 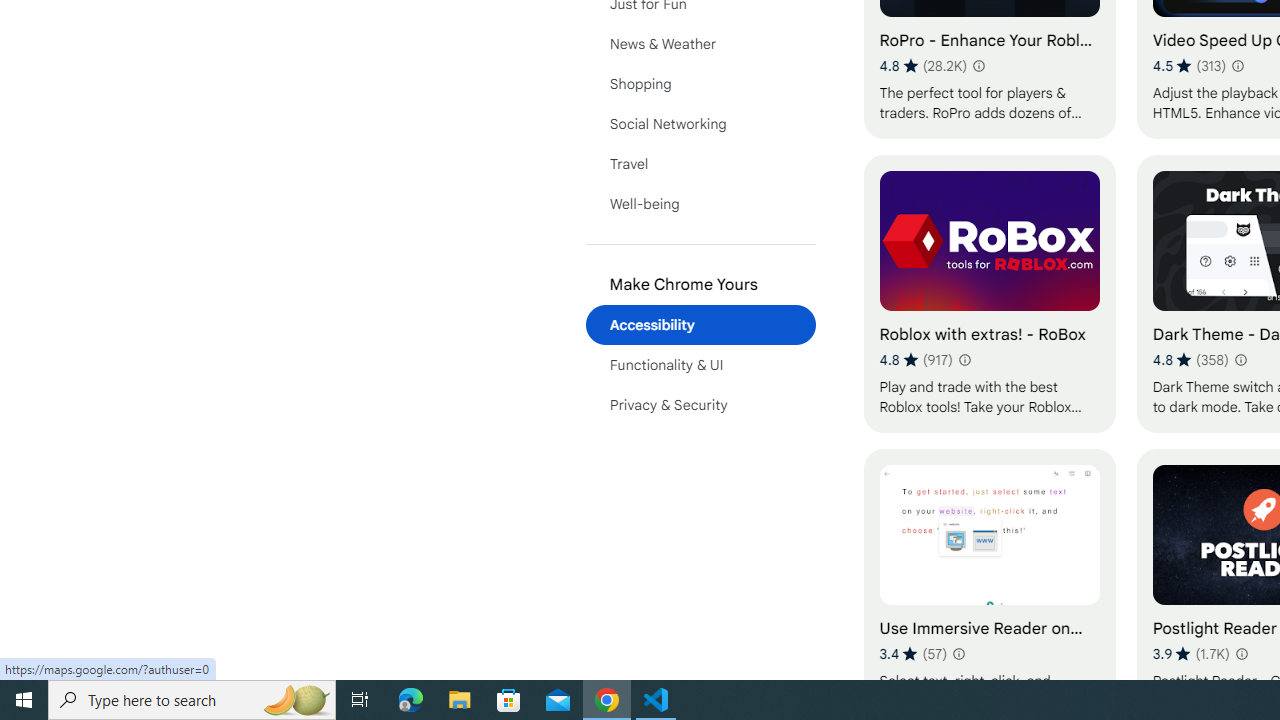 I want to click on 'Average rating 4.8 out of 5 stars. 358 ratings.', so click(x=1190, y=360).